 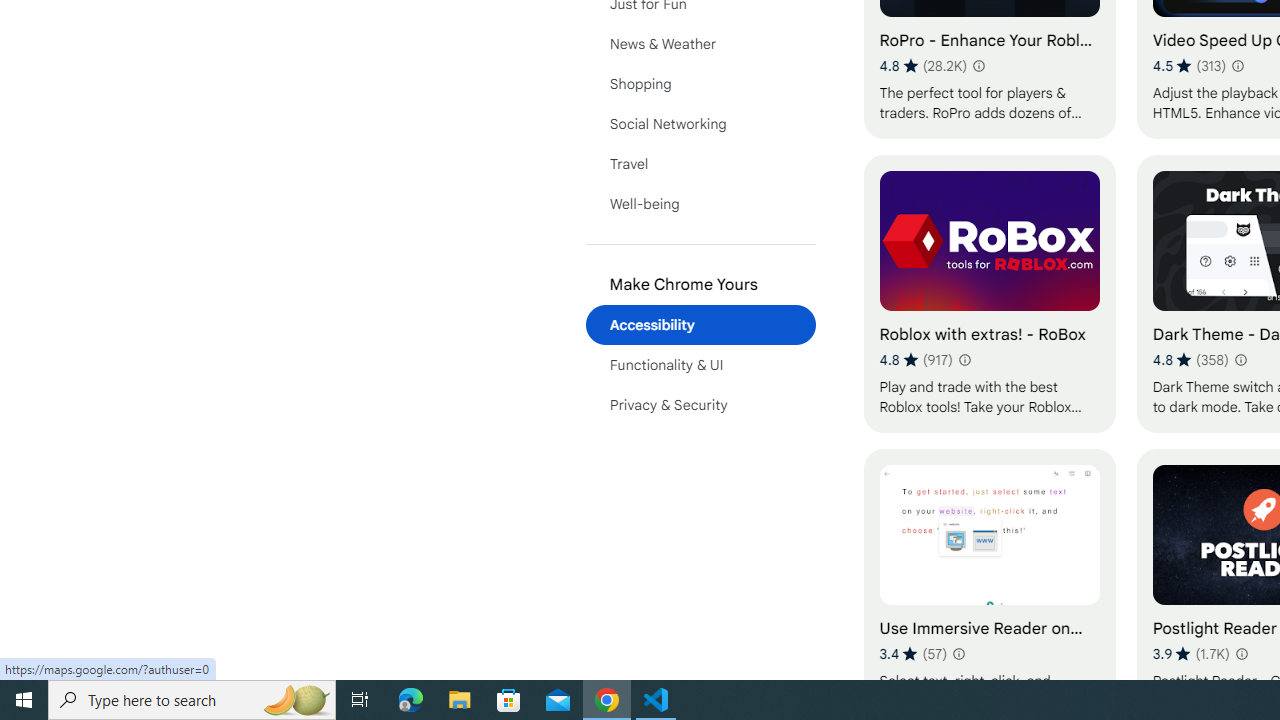 I want to click on 'Average rating 4.8 out of 5 stars. 358 ratings.', so click(x=1190, y=360).